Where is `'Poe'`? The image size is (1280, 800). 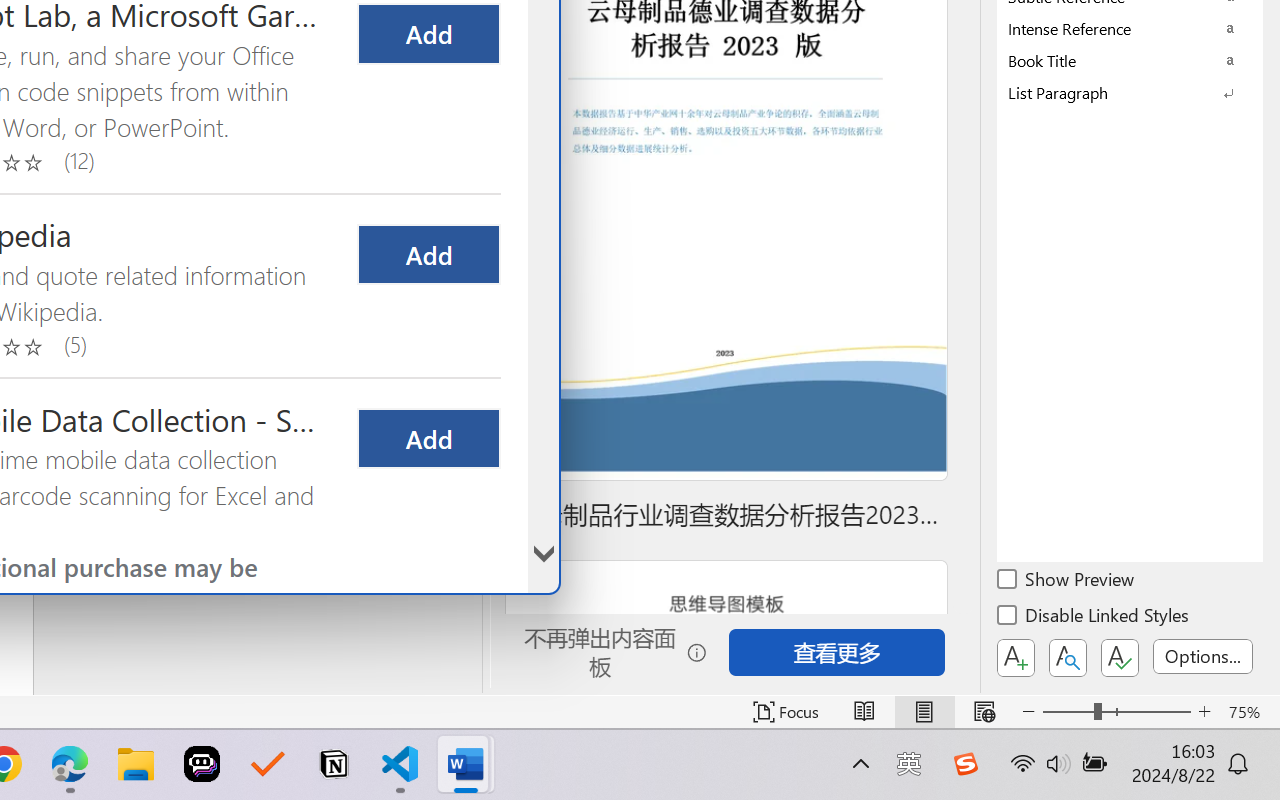 'Poe' is located at coordinates (202, 764).